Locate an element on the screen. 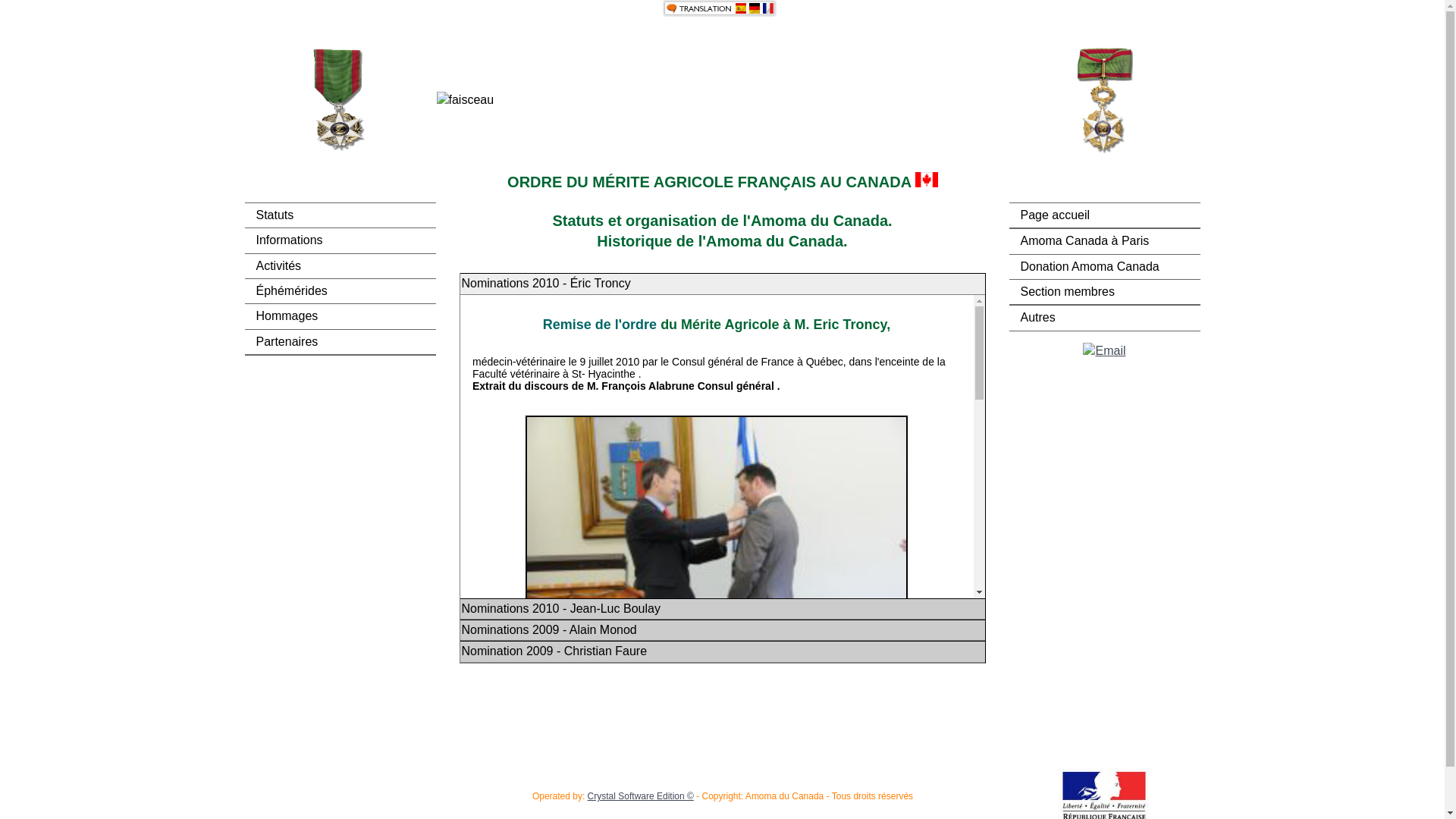 This screenshot has height=819, width=1456. 'Informations' is located at coordinates (338, 239).